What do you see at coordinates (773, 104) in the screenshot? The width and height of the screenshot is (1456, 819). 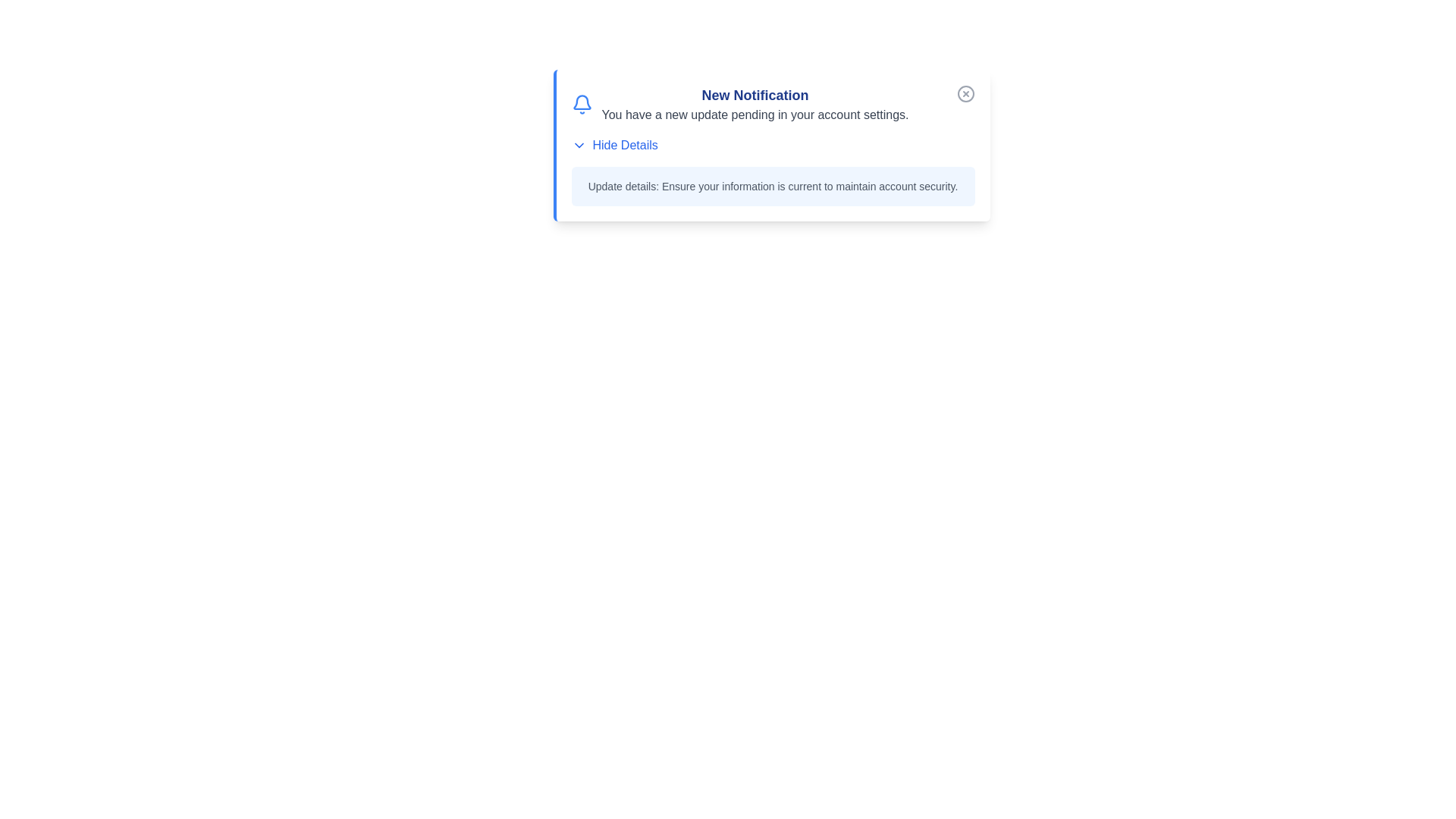 I see `the Informational notification header which features a bold 'New Notification' text in blue and a bell icon on its left, positioned at the top of the notification box` at bounding box center [773, 104].